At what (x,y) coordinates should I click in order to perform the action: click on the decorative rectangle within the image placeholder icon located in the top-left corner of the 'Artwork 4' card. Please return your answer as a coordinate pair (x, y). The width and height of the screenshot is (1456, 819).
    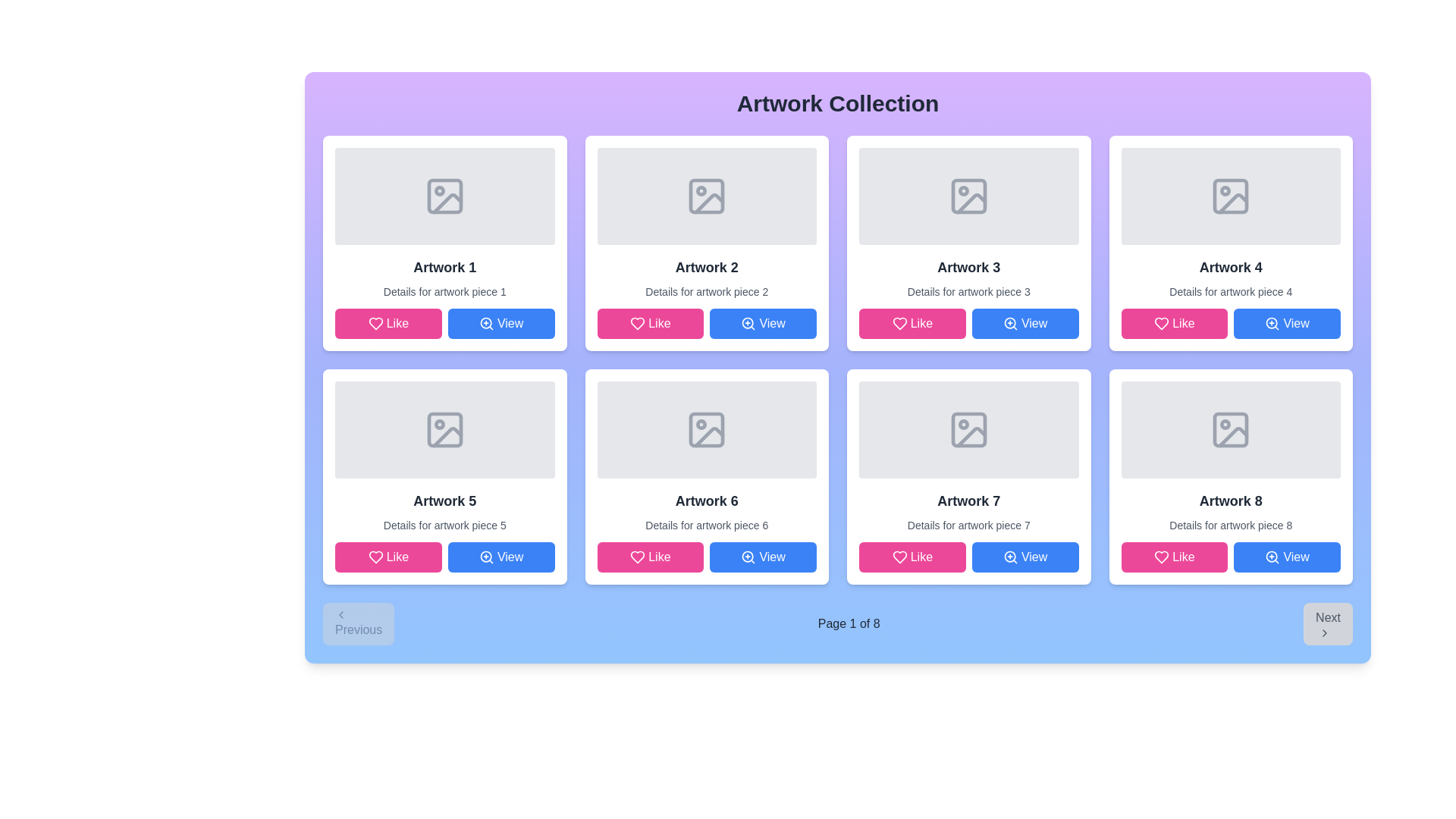
    Looking at the image, I should click on (1231, 195).